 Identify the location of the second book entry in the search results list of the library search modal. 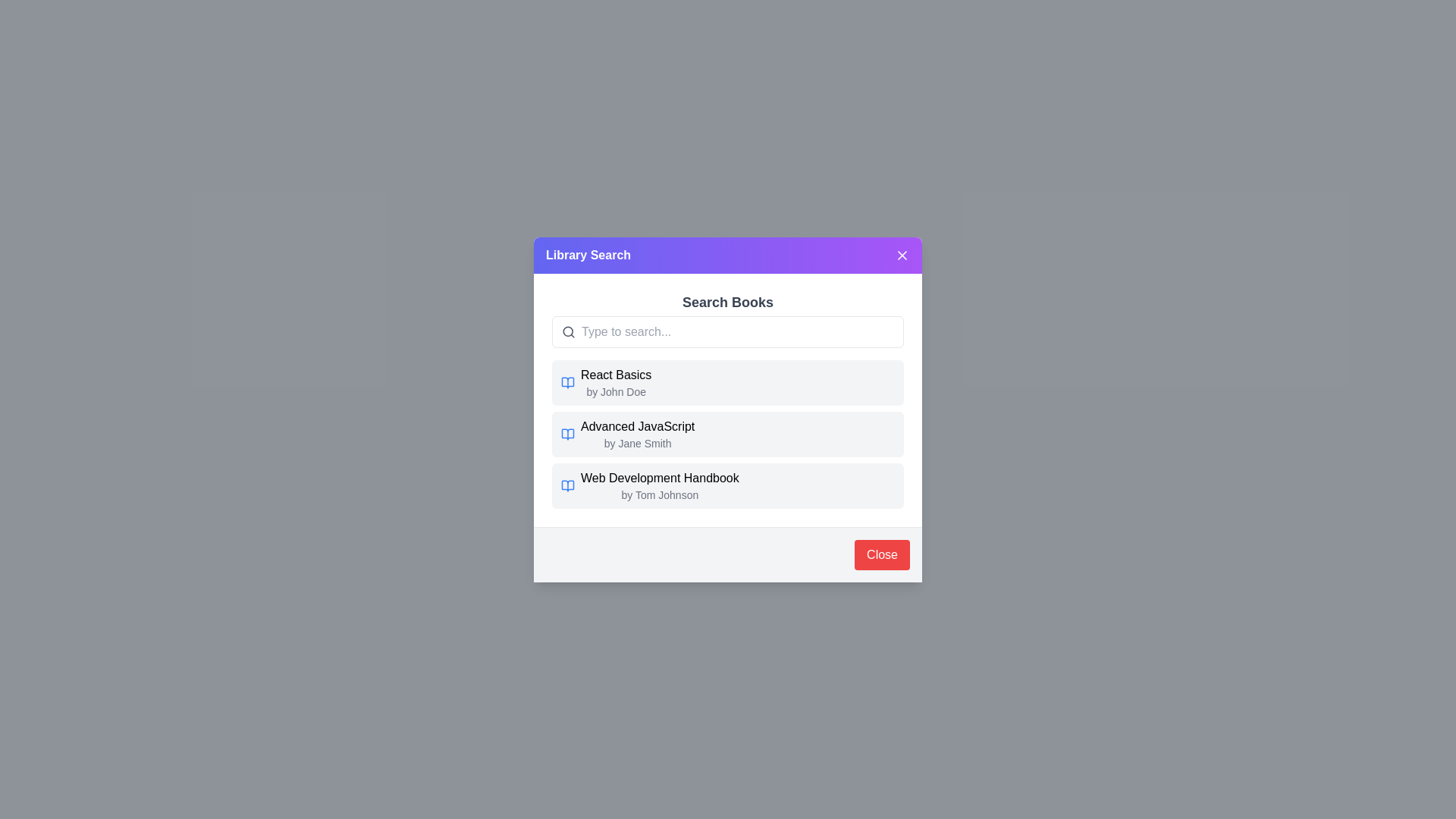
(728, 409).